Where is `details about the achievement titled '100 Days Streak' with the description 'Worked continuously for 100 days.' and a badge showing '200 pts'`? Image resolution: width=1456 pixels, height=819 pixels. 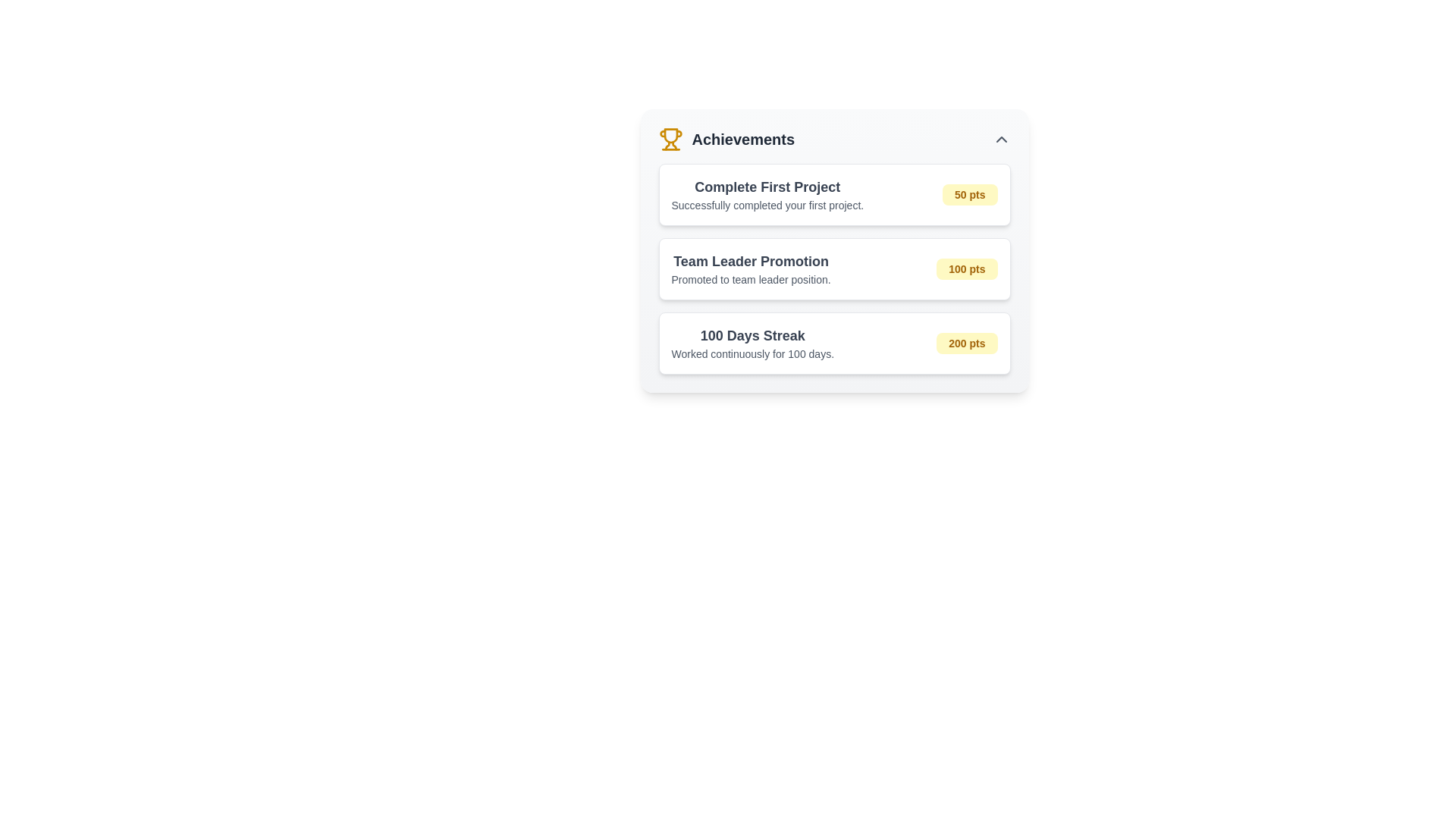
details about the achievement titled '100 Days Streak' with the description 'Worked continuously for 100 days.' and a badge showing '200 pts' is located at coordinates (833, 343).